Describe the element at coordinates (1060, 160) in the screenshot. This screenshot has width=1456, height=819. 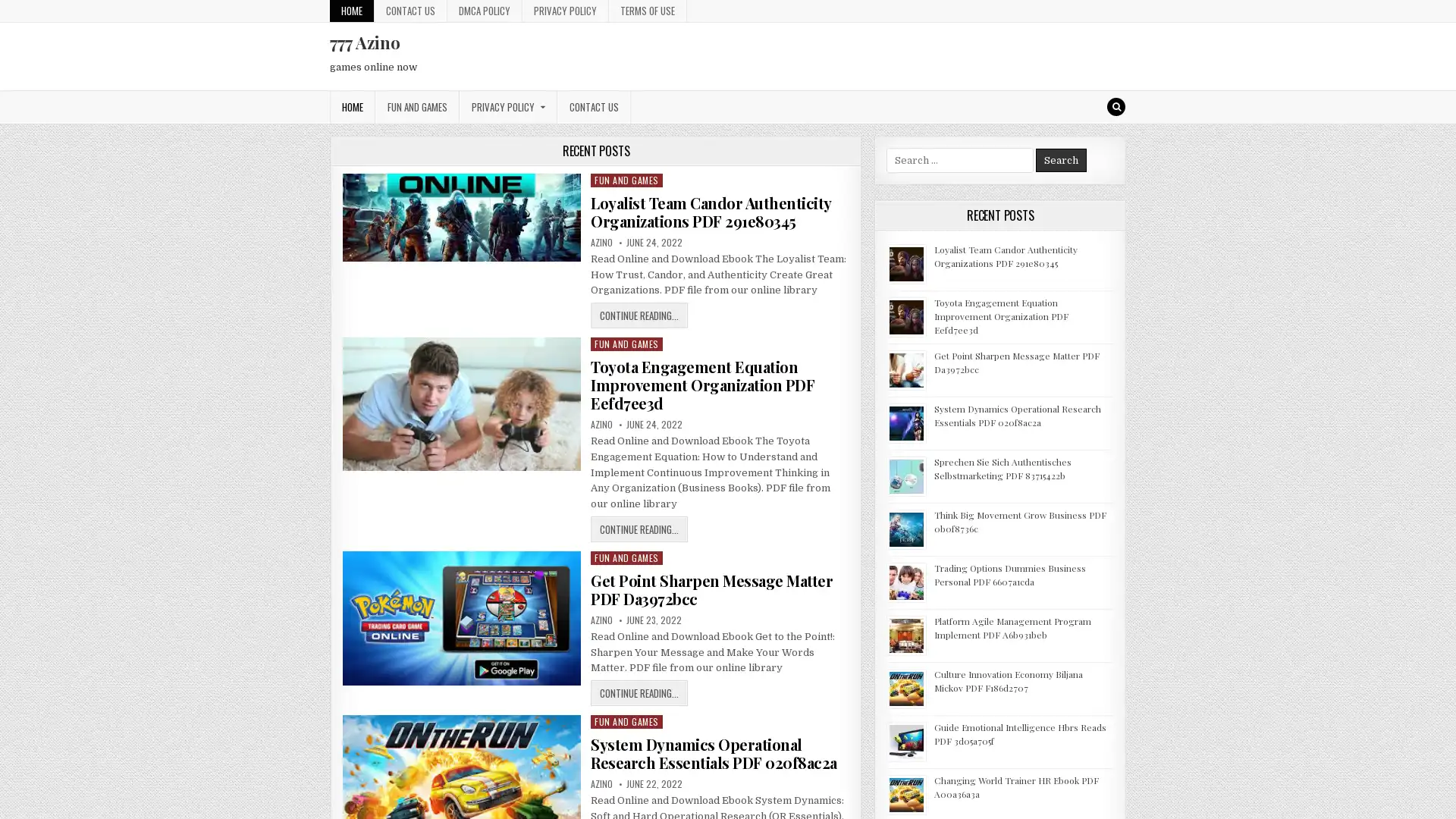
I see `Search` at that location.